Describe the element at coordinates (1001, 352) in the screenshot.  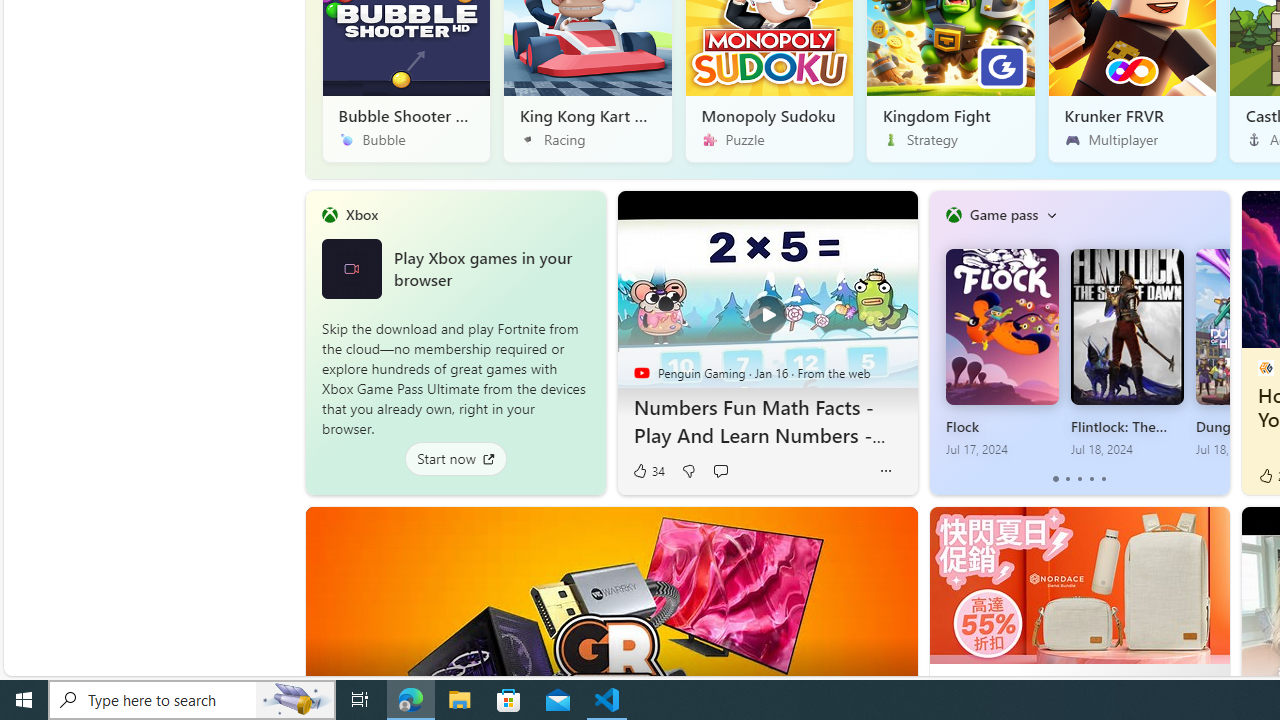
I see `'Flock Jul 17, 2024'` at that location.